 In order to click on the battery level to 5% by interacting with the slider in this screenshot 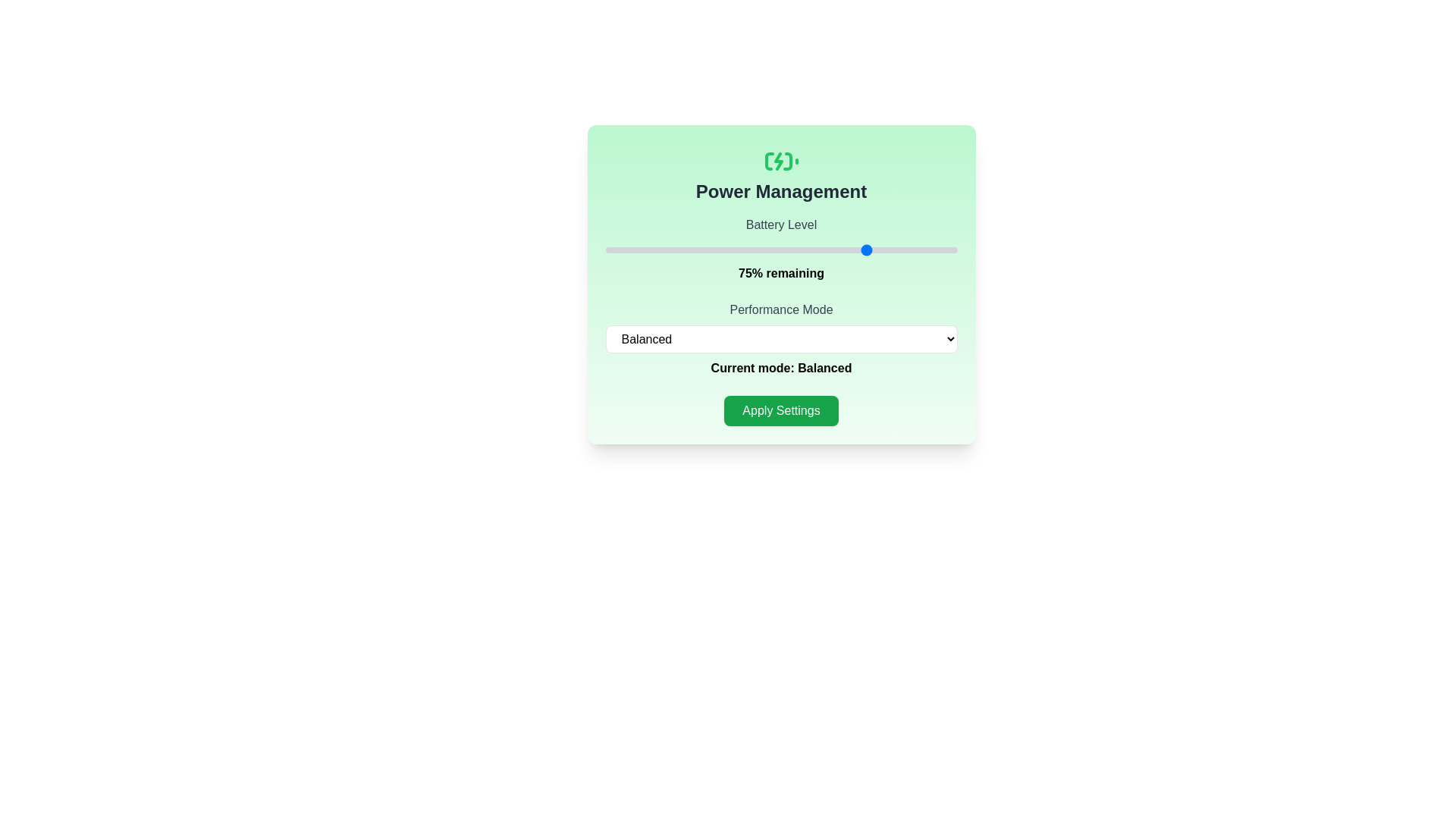, I will do `click(623, 249)`.